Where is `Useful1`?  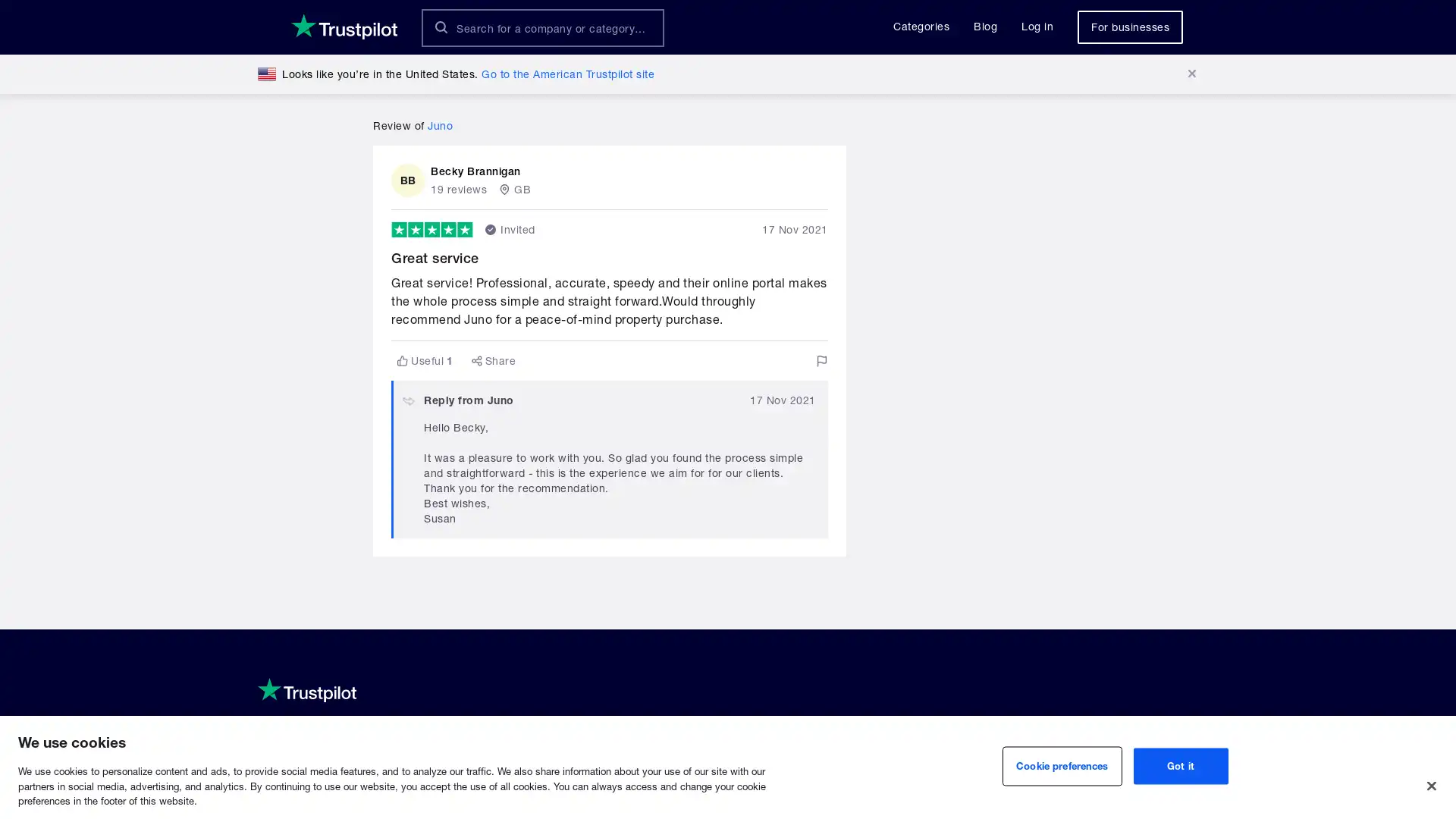 Useful1 is located at coordinates (425, 360).